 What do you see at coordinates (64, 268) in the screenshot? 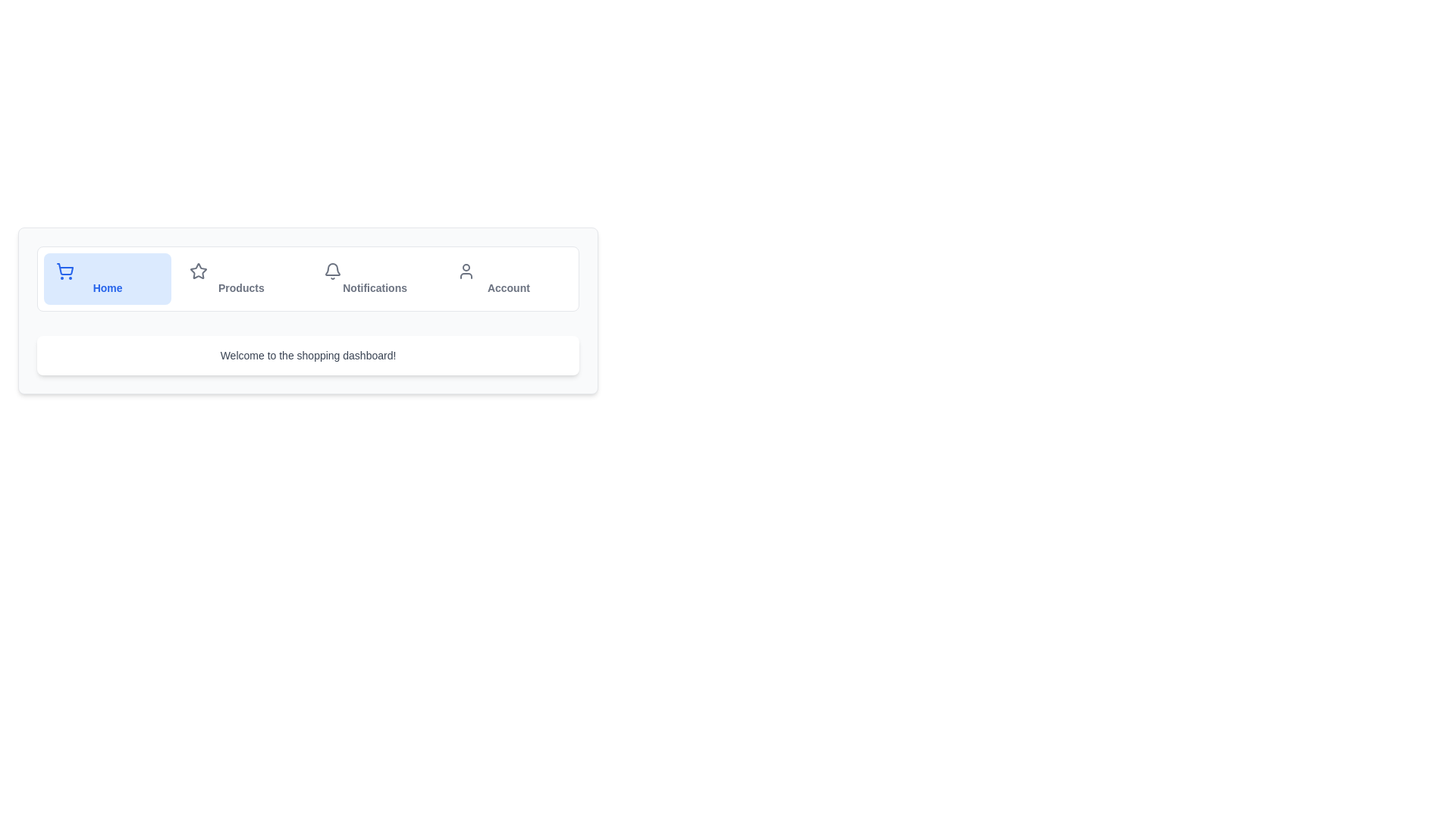
I see `the shopping cart icon located in the 'Home' tab of the horizontal navigation menu` at bounding box center [64, 268].